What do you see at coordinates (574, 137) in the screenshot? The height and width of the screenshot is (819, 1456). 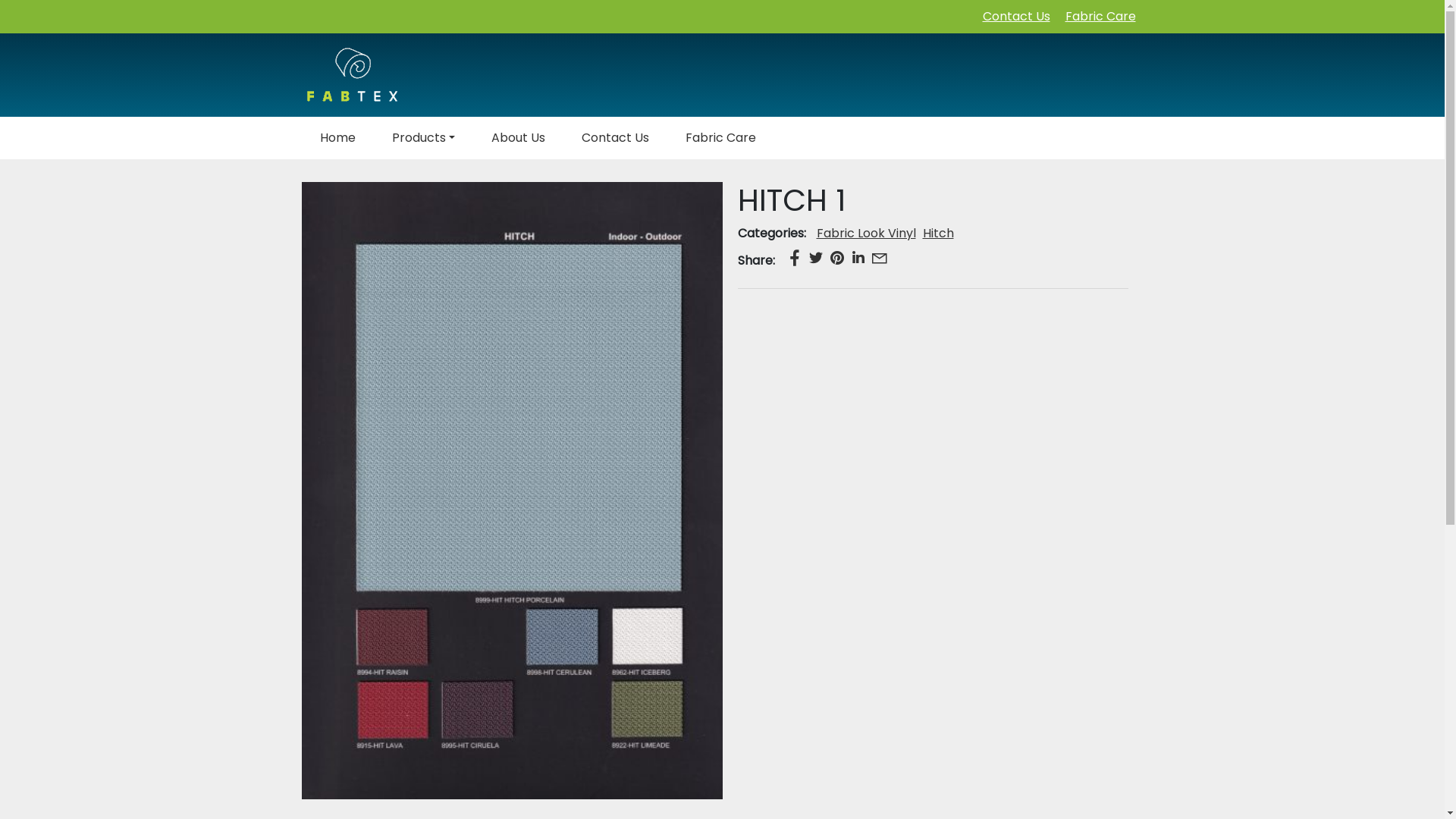 I see `'Contact Us'` at bounding box center [574, 137].